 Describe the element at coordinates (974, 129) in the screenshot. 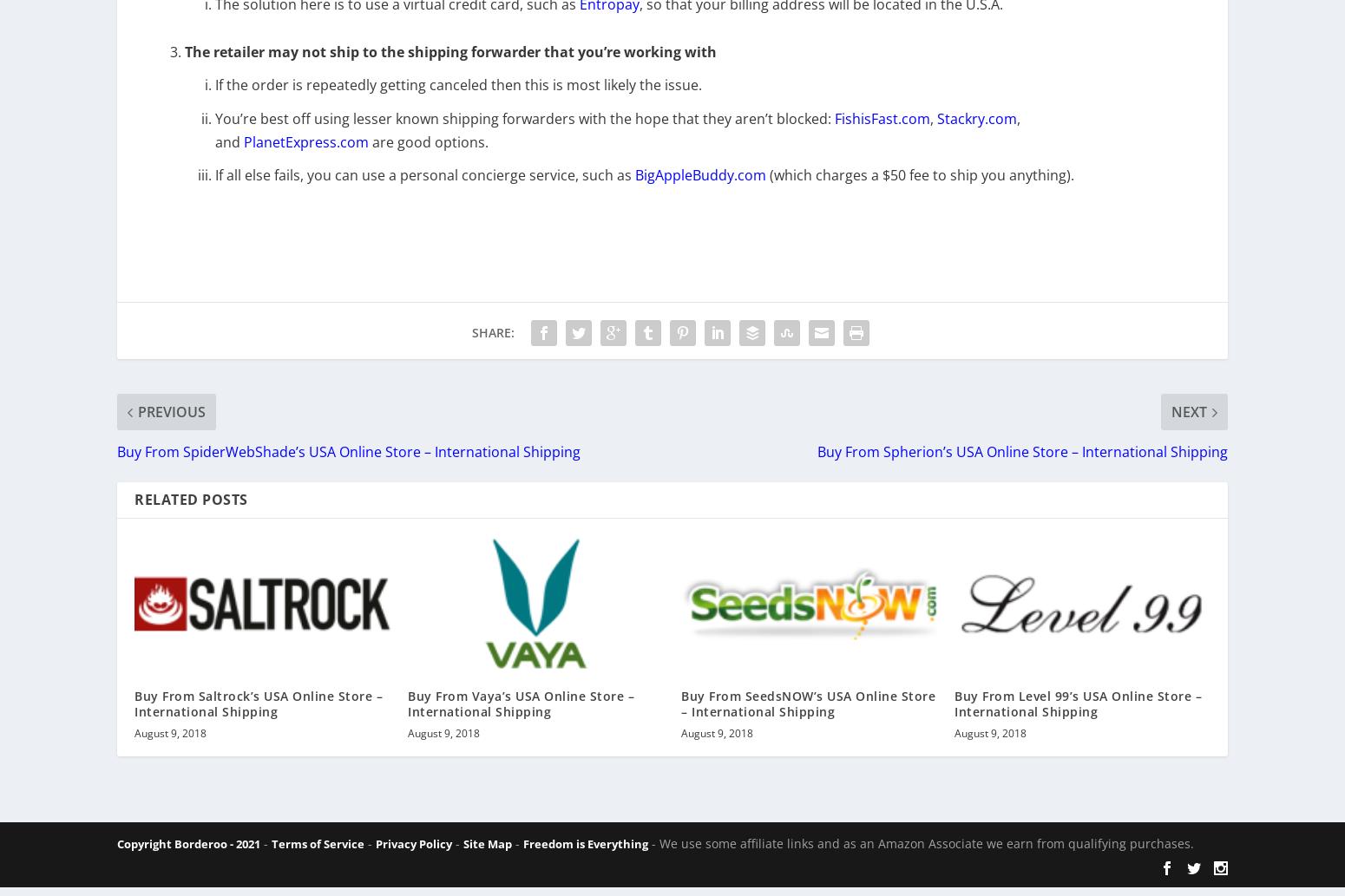

I see `'Stackry.com'` at that location.